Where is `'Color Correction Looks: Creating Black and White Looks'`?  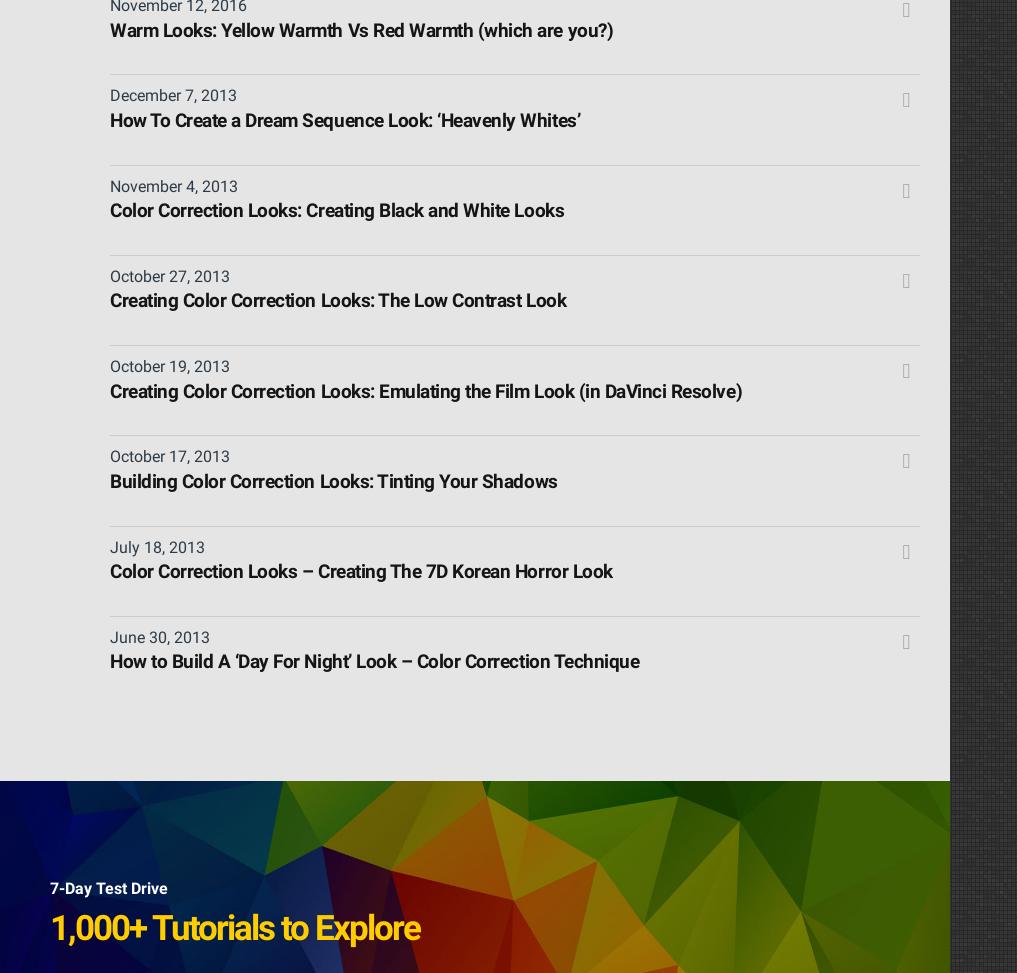 'Color Correction Looks: Creating Black and White Looks' is located at coordinates (337, 209).